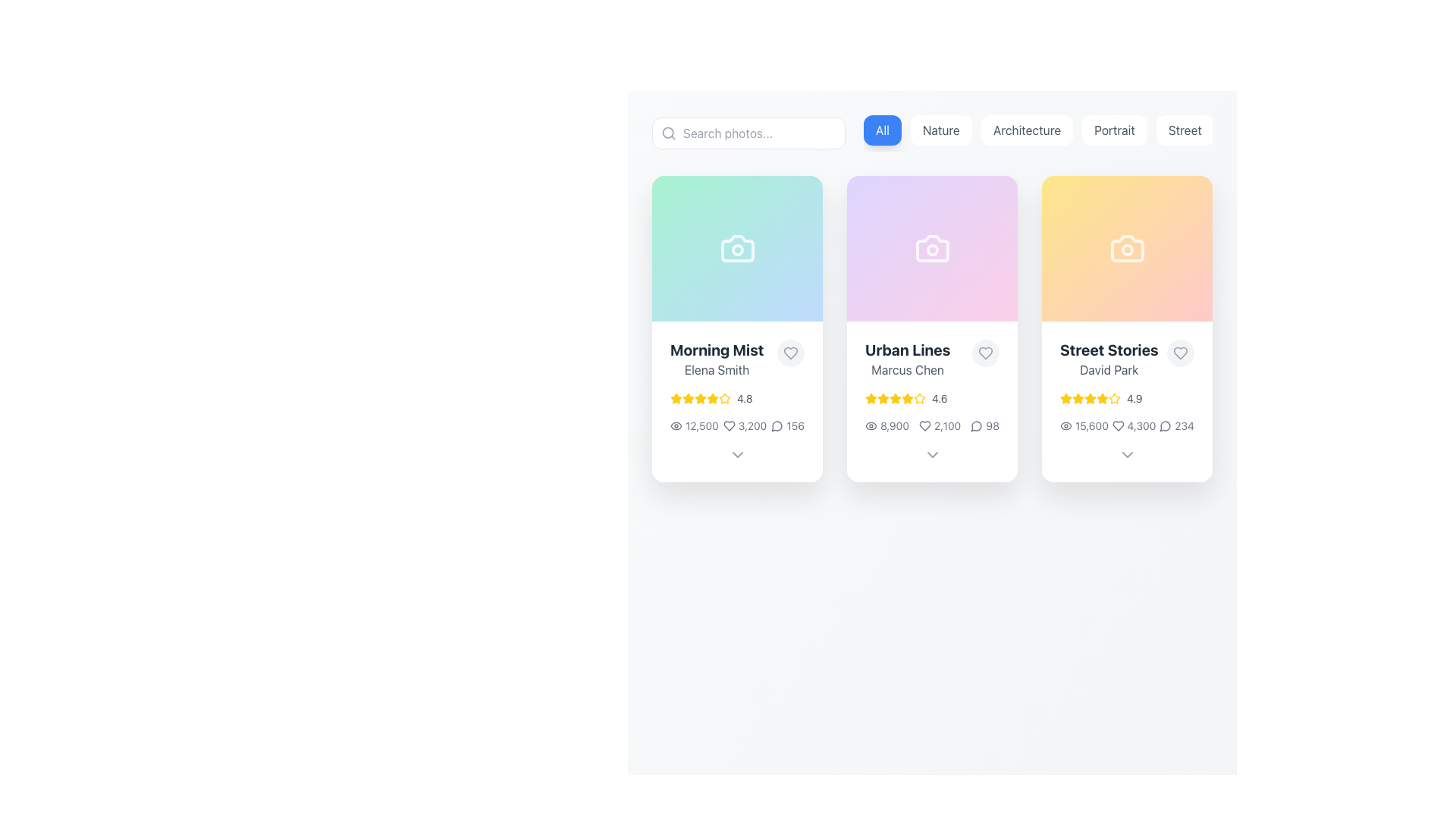 The width and height of the screenshot is (1456, 819). What do you see at coordinates (1127, 426) in the screenshot?
I see `the heart icon located within the Text and icon information strip at the bottom of the 'Street Stories' card to like the content` at bounding box center [1127, 426].